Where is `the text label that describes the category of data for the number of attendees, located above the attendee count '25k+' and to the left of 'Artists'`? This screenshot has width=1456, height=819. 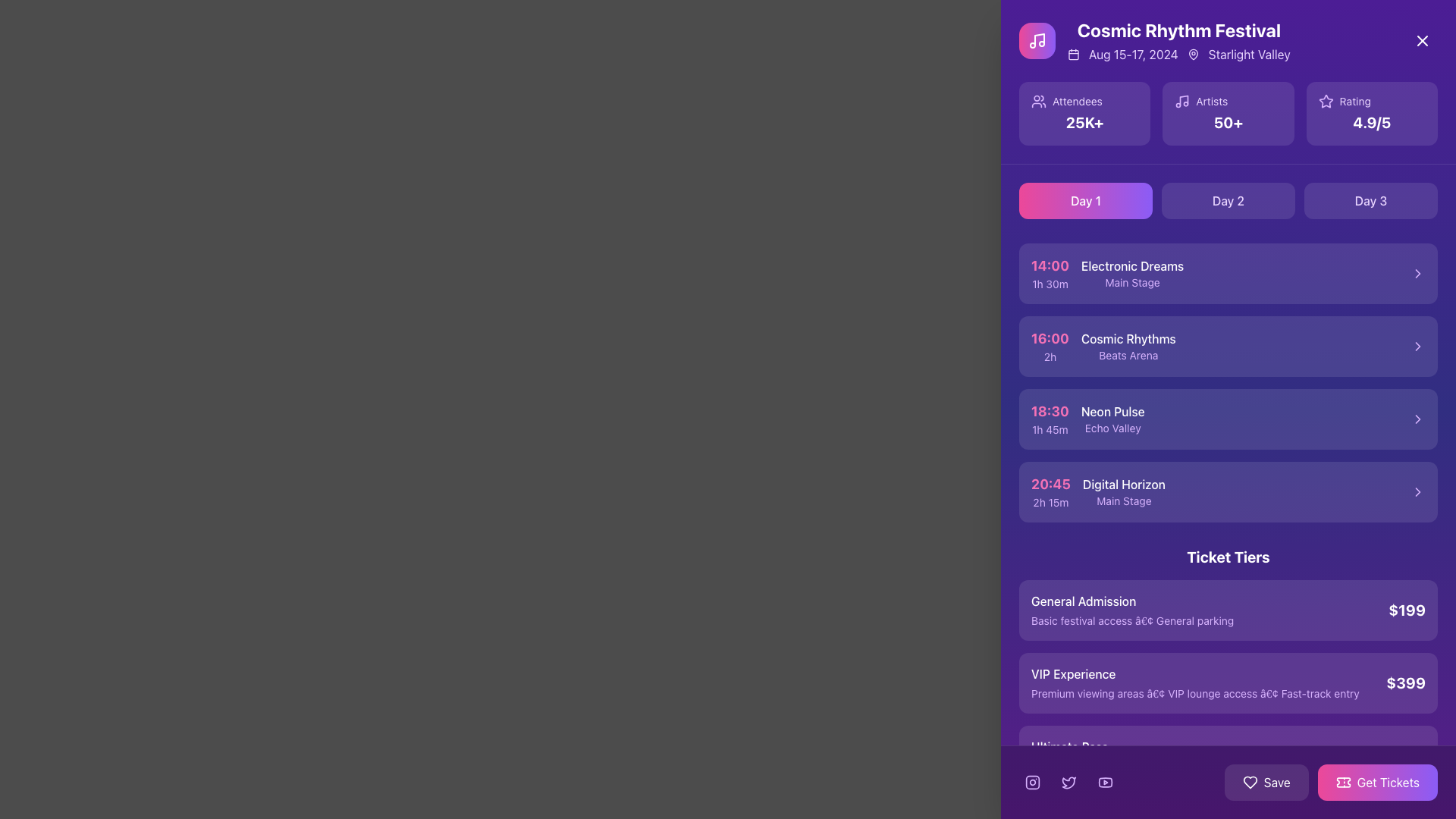
the text label that describes the category of data for the number of attendees, located above the attendee count '25k+' and to the left of 'Artists' is located at coordinates (1076, 102).